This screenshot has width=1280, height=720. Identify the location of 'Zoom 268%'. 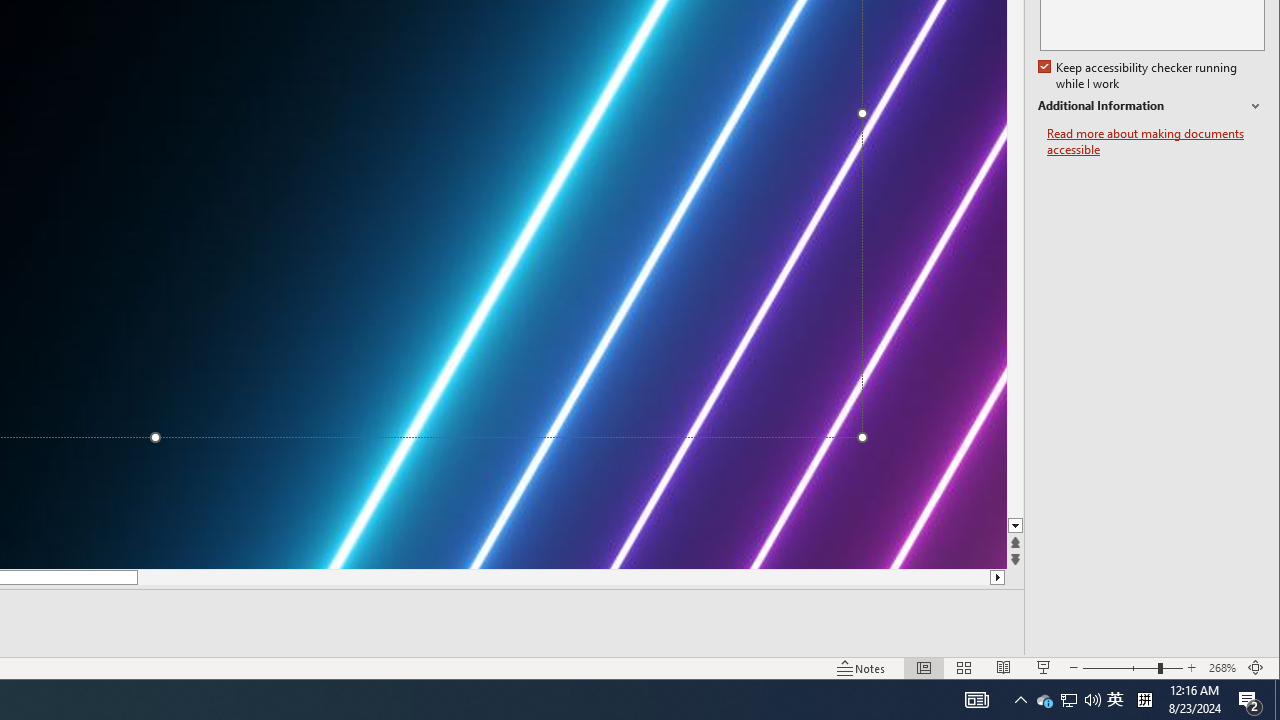
(1221, 668).